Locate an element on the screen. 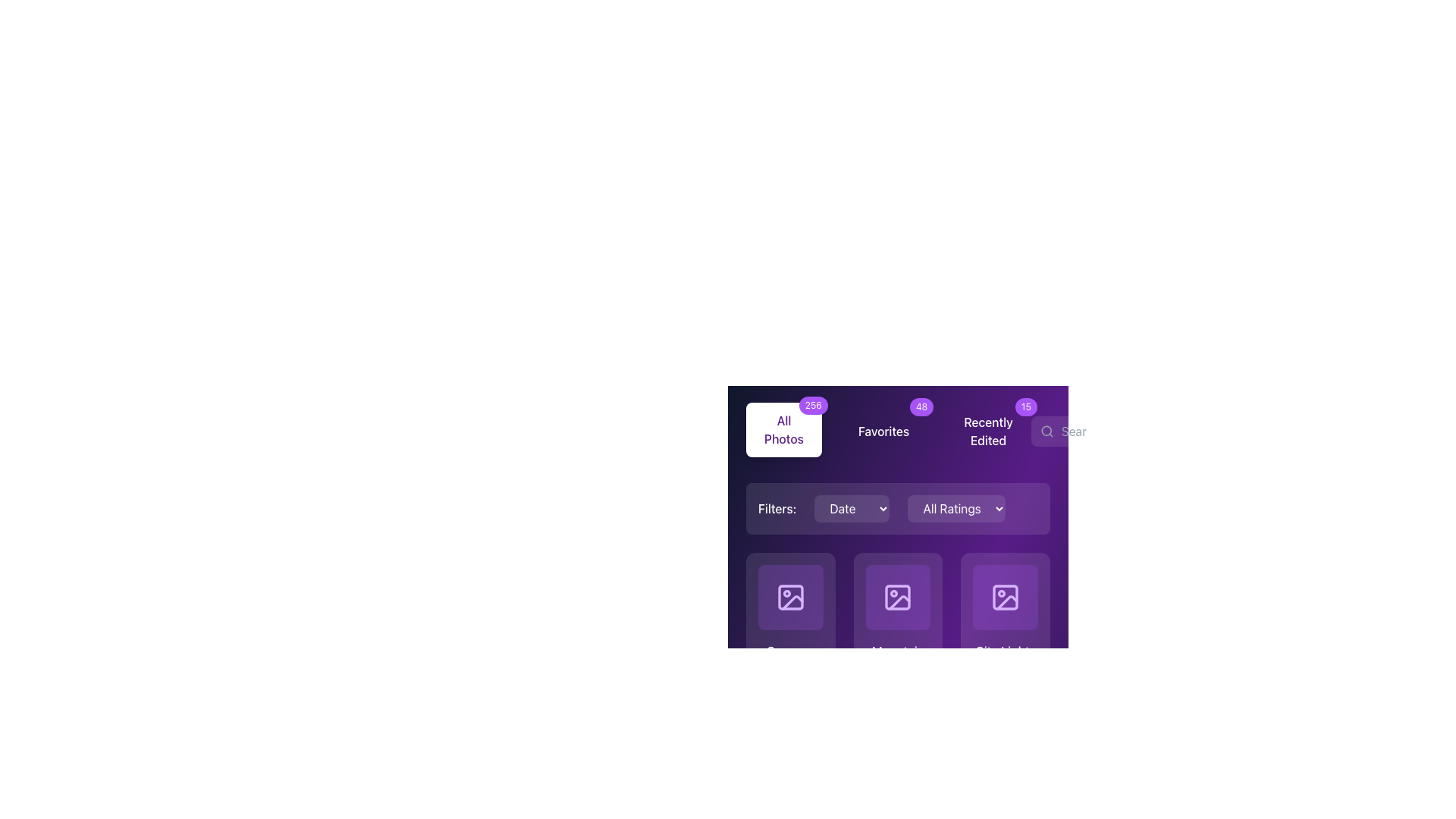 Image resolution: width=1456 pixels, height=819 pixels. the badge on the 'Favorites' button is located at coordinates (883, 431).